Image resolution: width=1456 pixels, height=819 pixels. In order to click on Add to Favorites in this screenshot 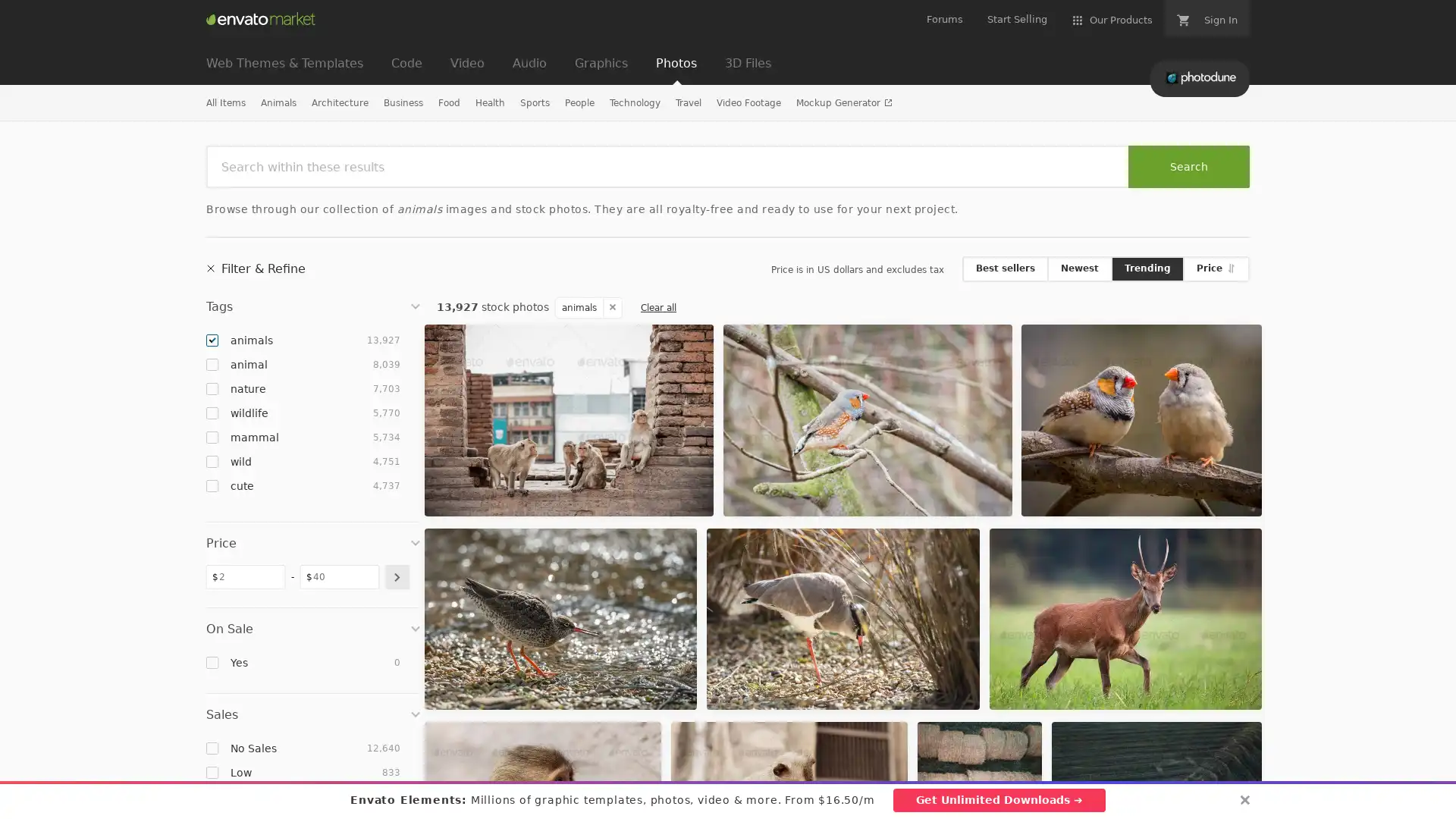, I will do `click(959, 547)`.